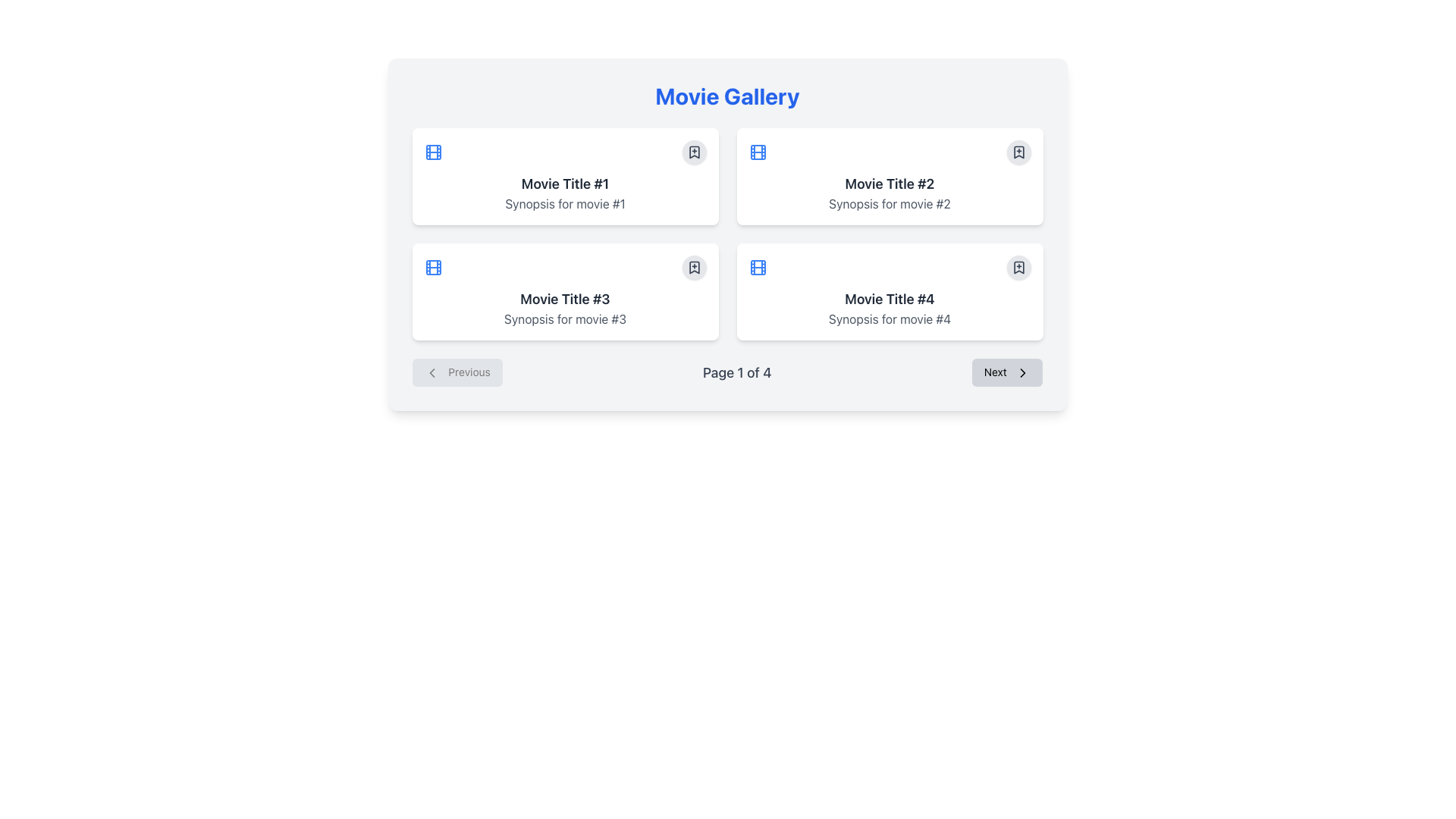 The height and width of the screenshot is (819, 1456). I want to click on the 'Previous' button located on the far left side of the pagination control at the bottom of the interface, so click(457, 372).